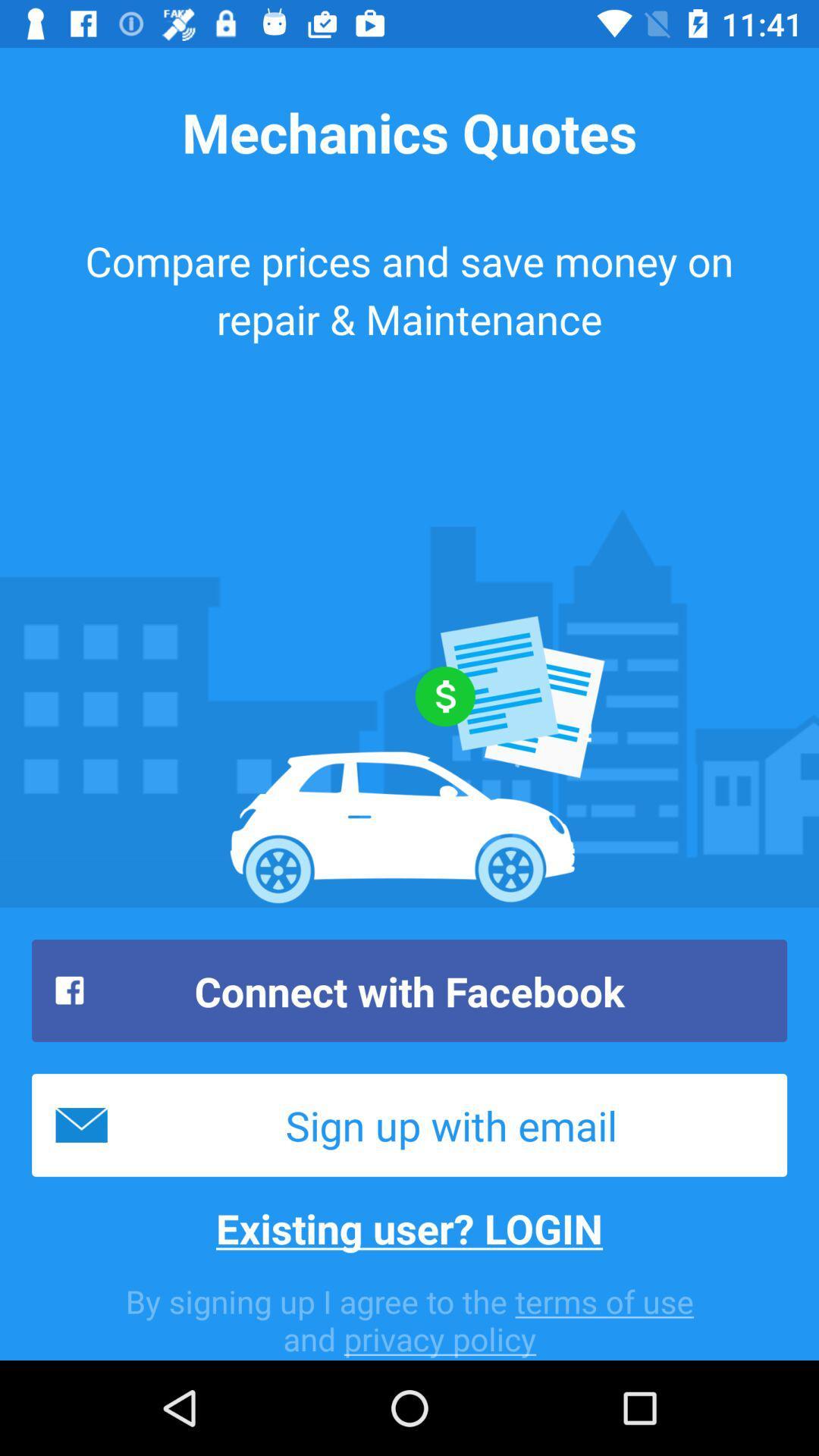  Describe the element at coordinates (409, 1228) in the screenshot. I see `existing user? login item` at that location.